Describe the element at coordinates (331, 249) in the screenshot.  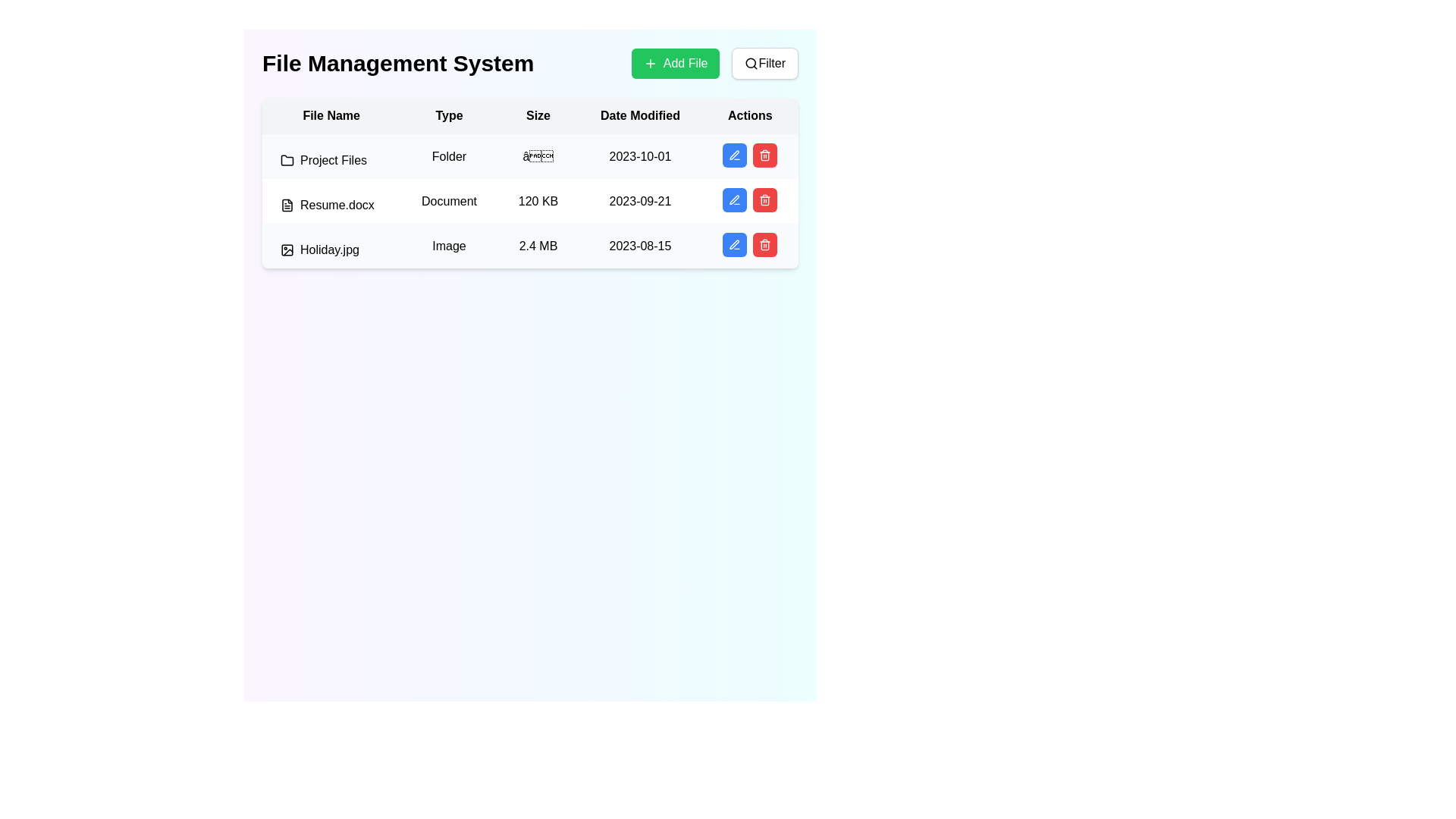
I see `the static display element representing the file 'Holiday.jpg'` at that location.